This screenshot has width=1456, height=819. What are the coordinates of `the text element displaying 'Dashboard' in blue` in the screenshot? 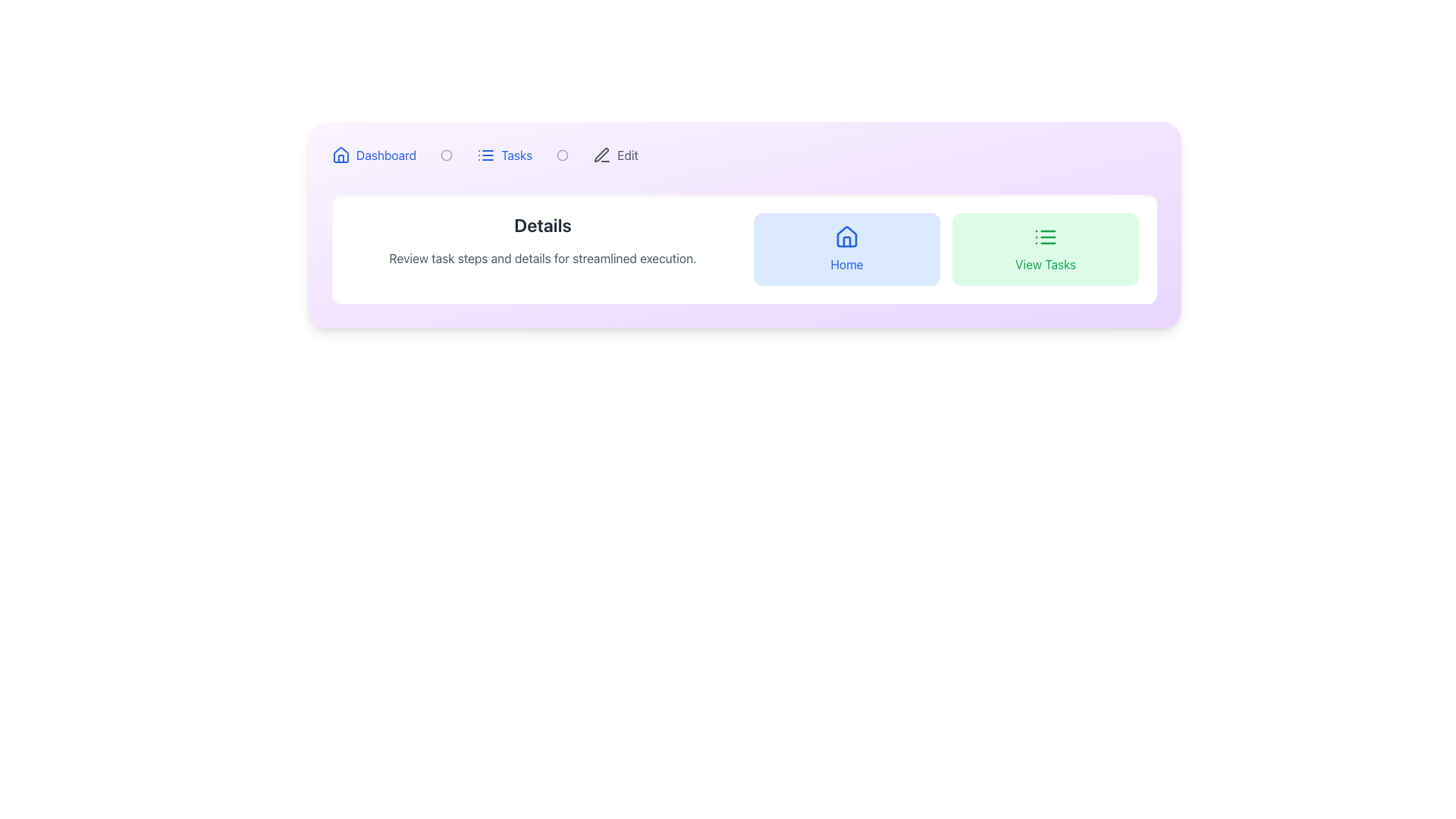 It's located at (386, 155).